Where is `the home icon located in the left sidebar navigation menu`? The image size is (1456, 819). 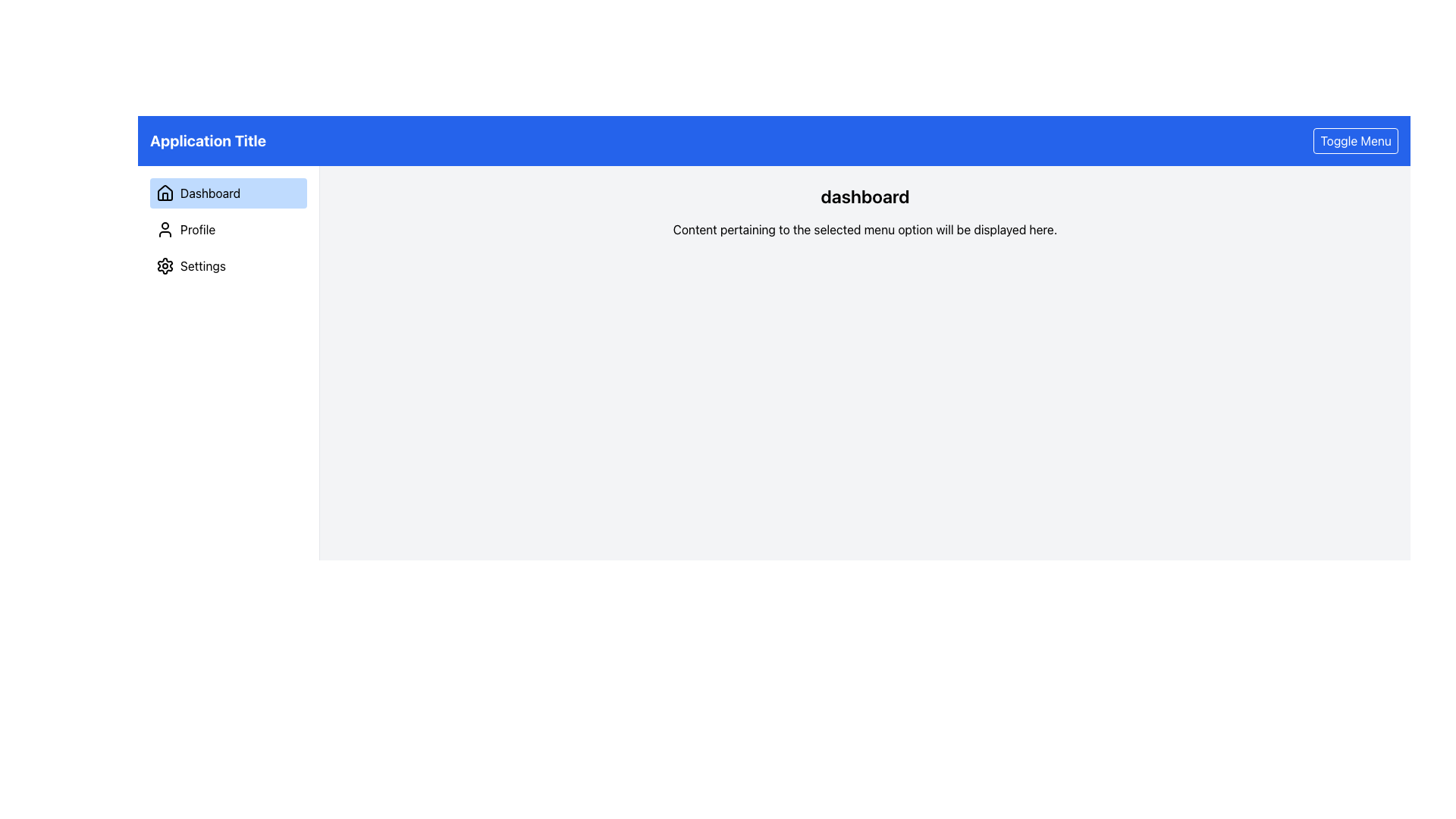
the home icon located in the left sidebar navigation menu is located at coordinates (165, 196).